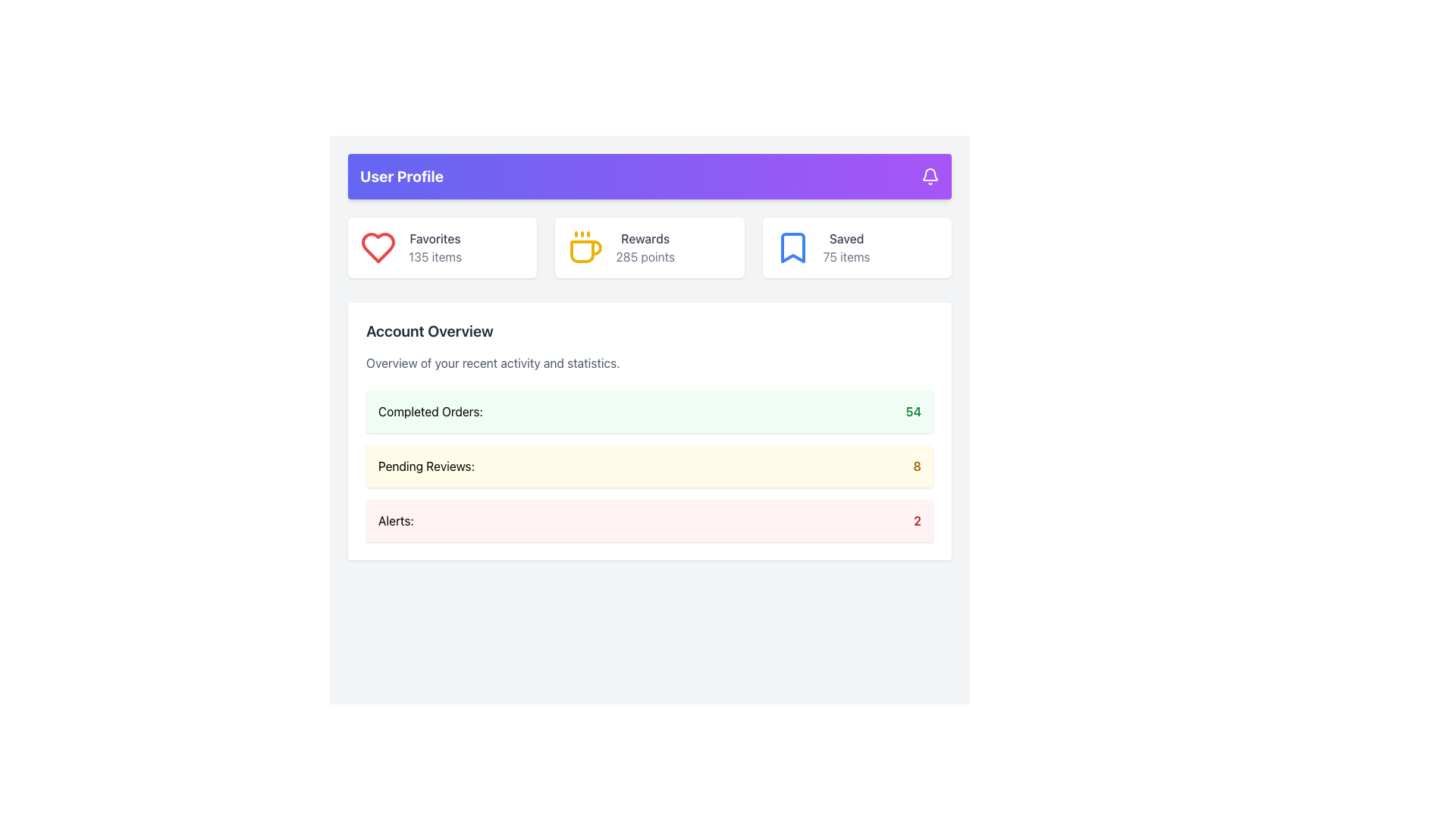 This screenshot has height=819, width=1456. I want to click on the Informational panel that displays a summary of pending reviews associated with the account, which is the second item in the vertically stacked grid under the 'Account Overview' section, so click(650, 465).